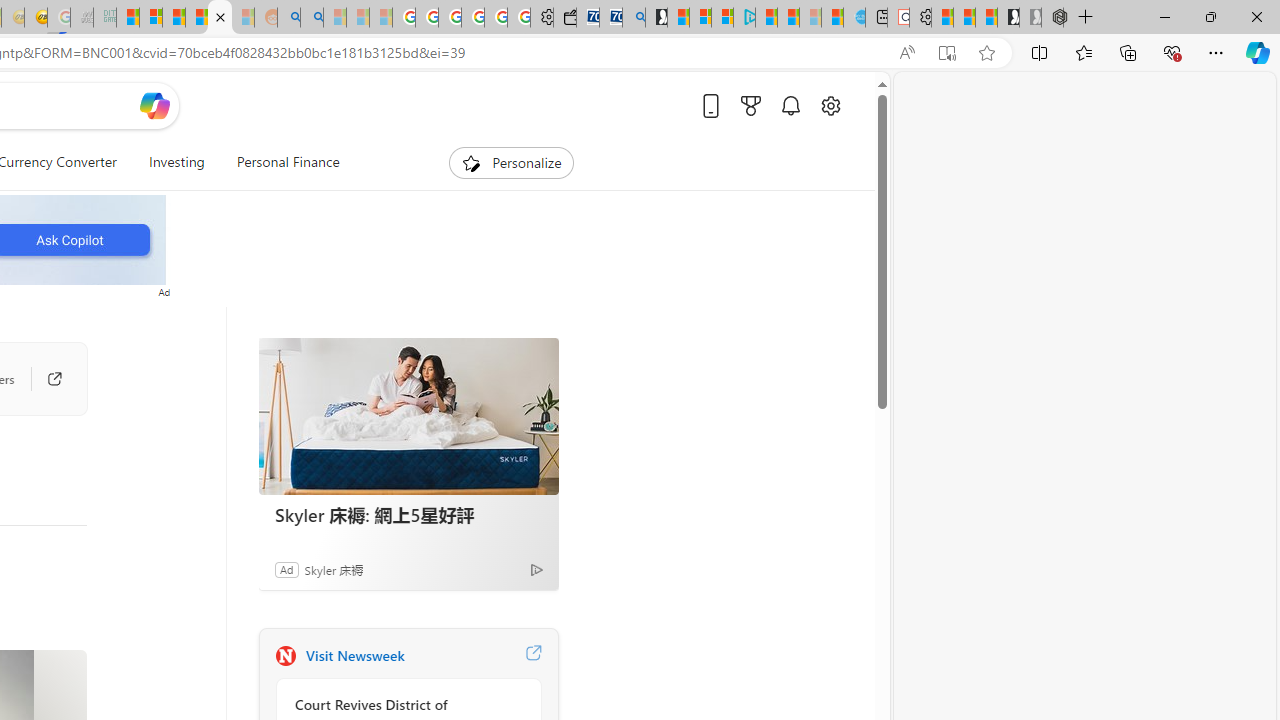 This screenshot has height=720, width=1280. What do you see at coordinates (536, 569) in the screenshot?
I see `'Ad Choice'` at bounding box center [536, 569].